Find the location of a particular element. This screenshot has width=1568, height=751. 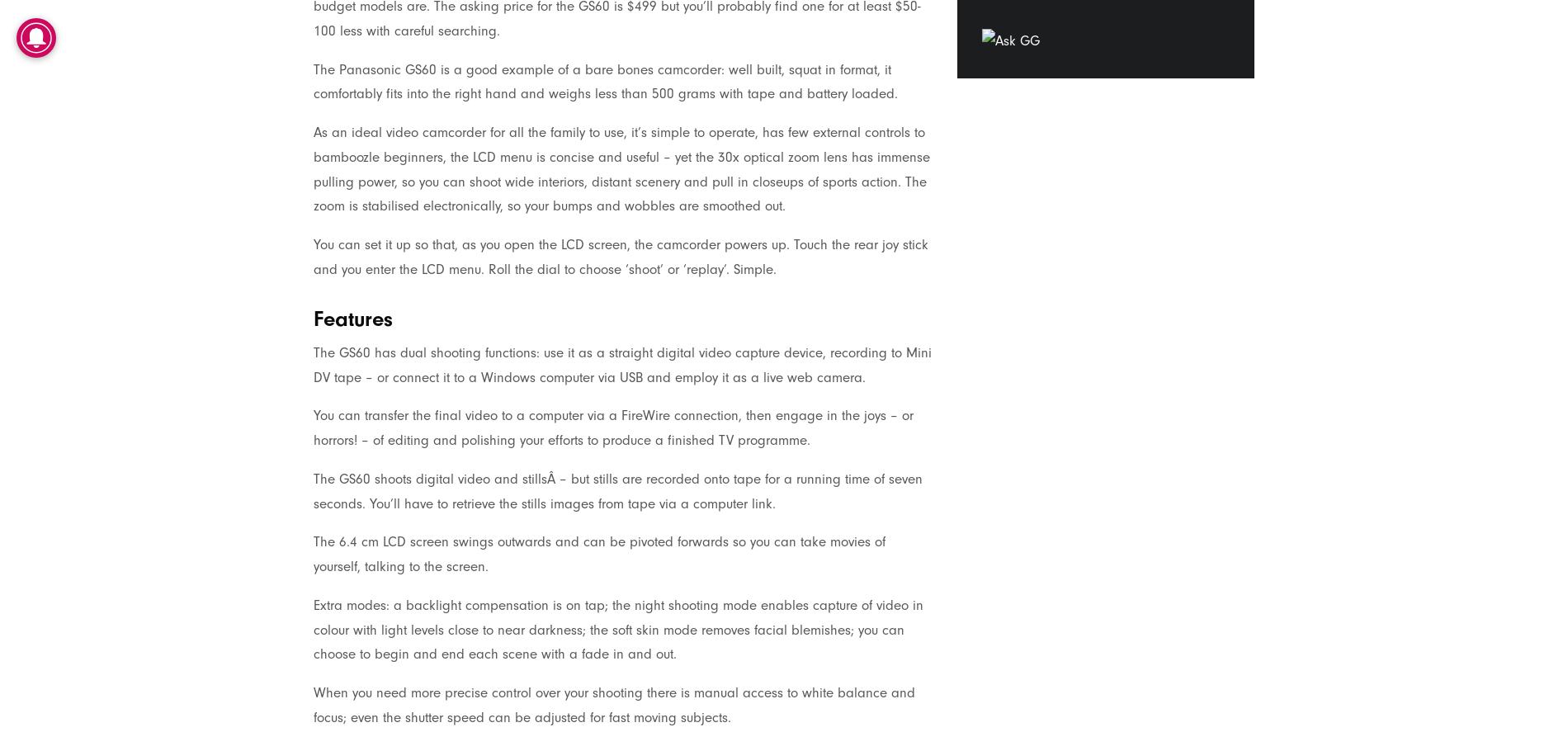

'You can transfer the final video to a computer via a FireWire connection, then engage in the joys – or horrors! – of editing and polishing your efforts to produce a finished TV programme.' is located at coordinates (612, 427).